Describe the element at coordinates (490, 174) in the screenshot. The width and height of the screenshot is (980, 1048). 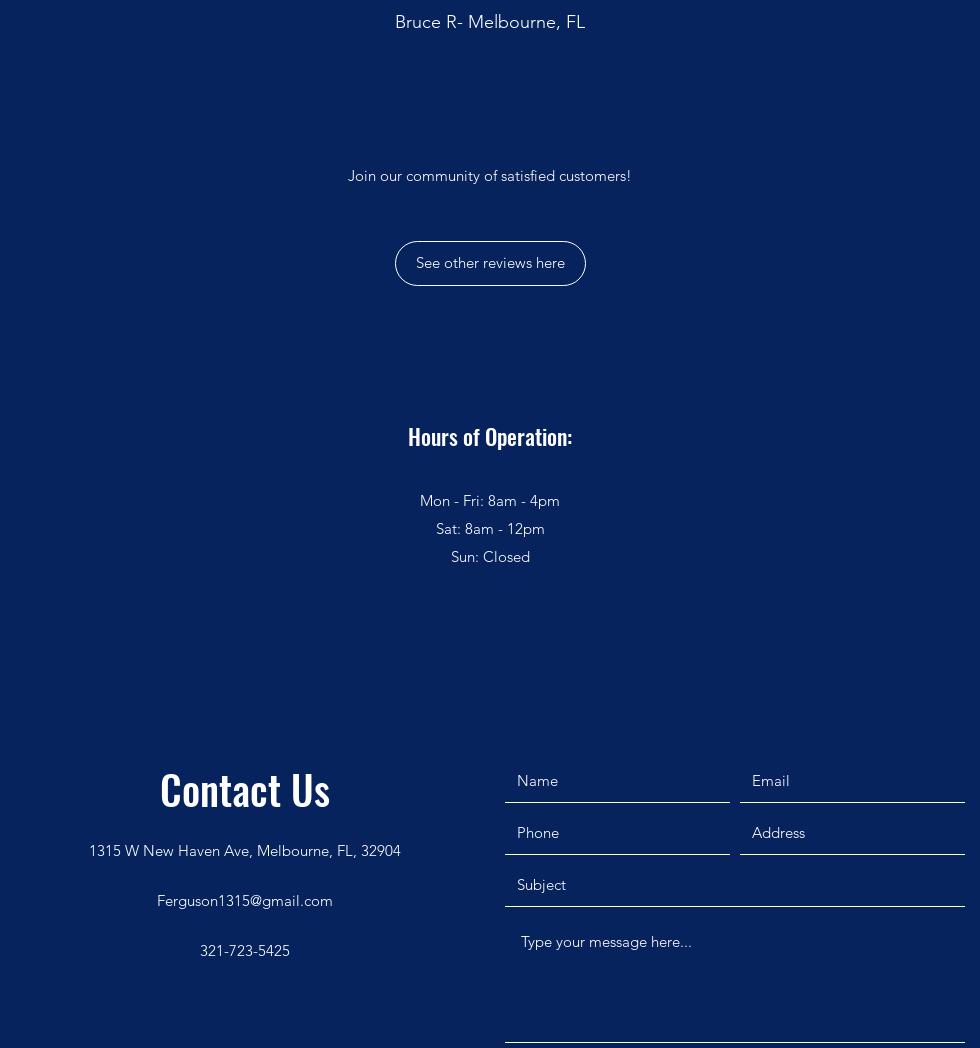
I see `'Join our community of satisfied customers!'` at that location.